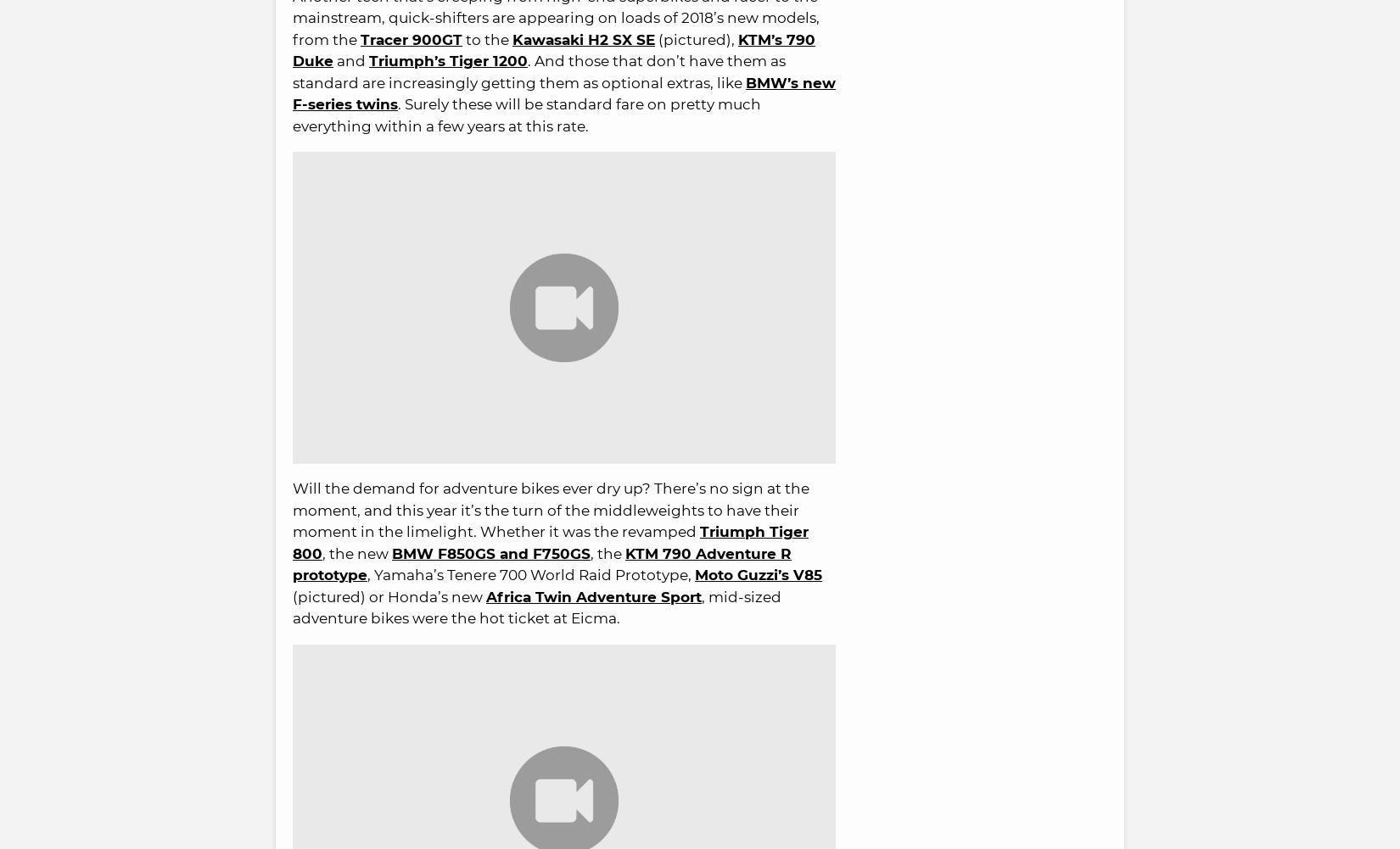 The width and height of the screenshot is (1400, 849). I want to click on 'Triumph Tiger 800', so click(549, 542).